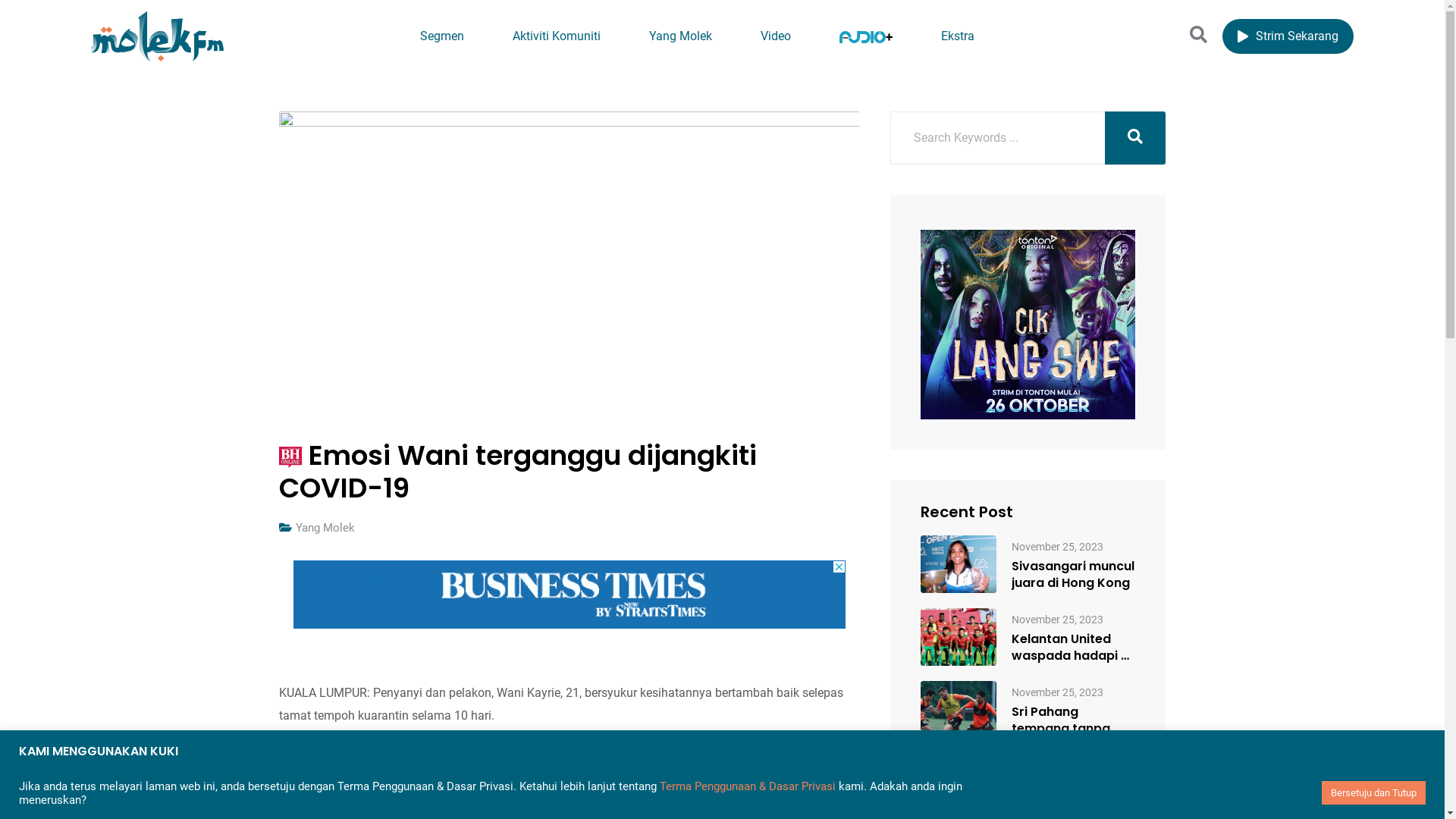 This screenshot has width=1456, height=819. Describe the element at coordinates (1189, 34) in the screenshot. I see `'Search'` at that location.